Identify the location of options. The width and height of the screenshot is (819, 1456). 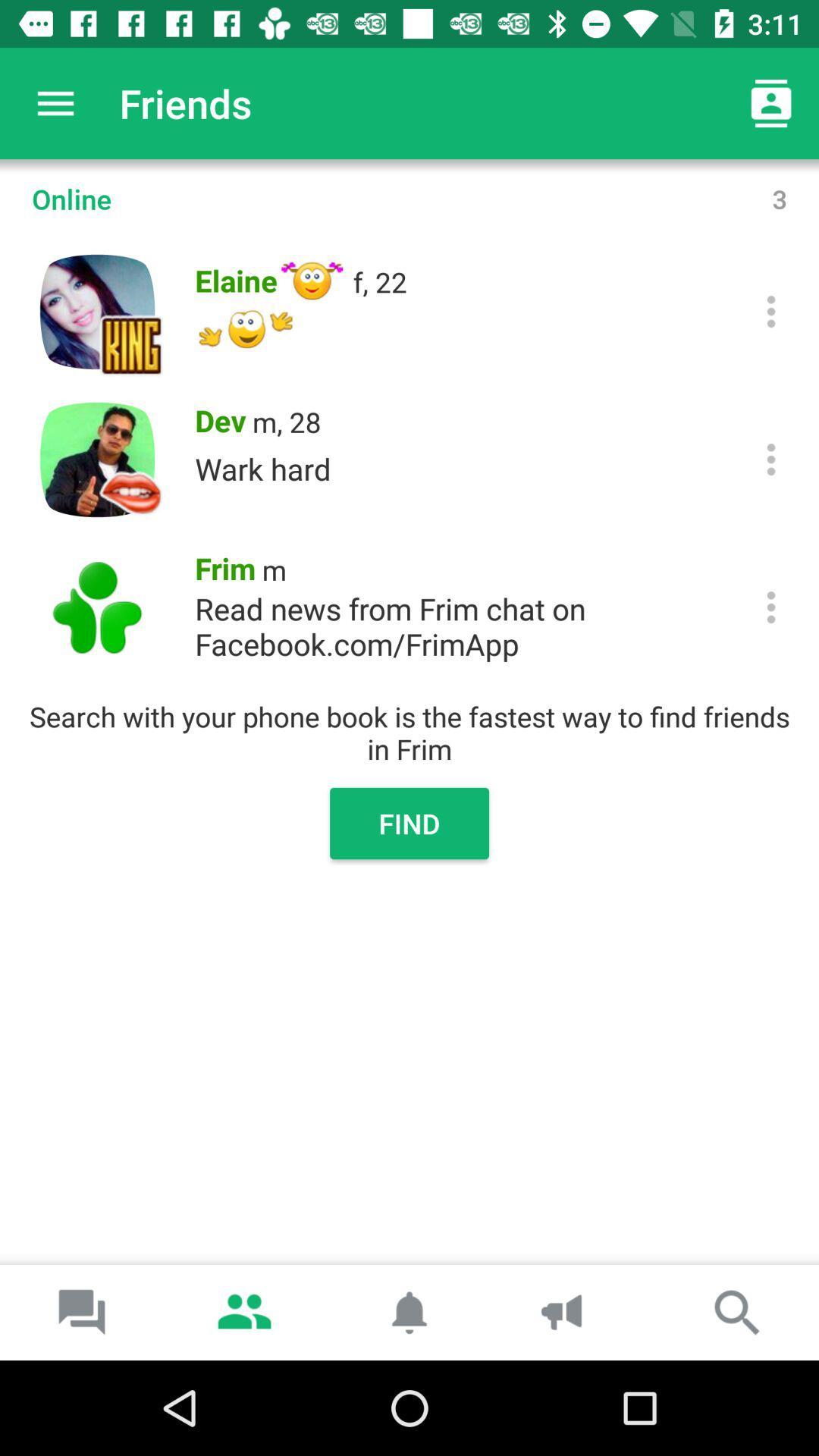
(771, 458).